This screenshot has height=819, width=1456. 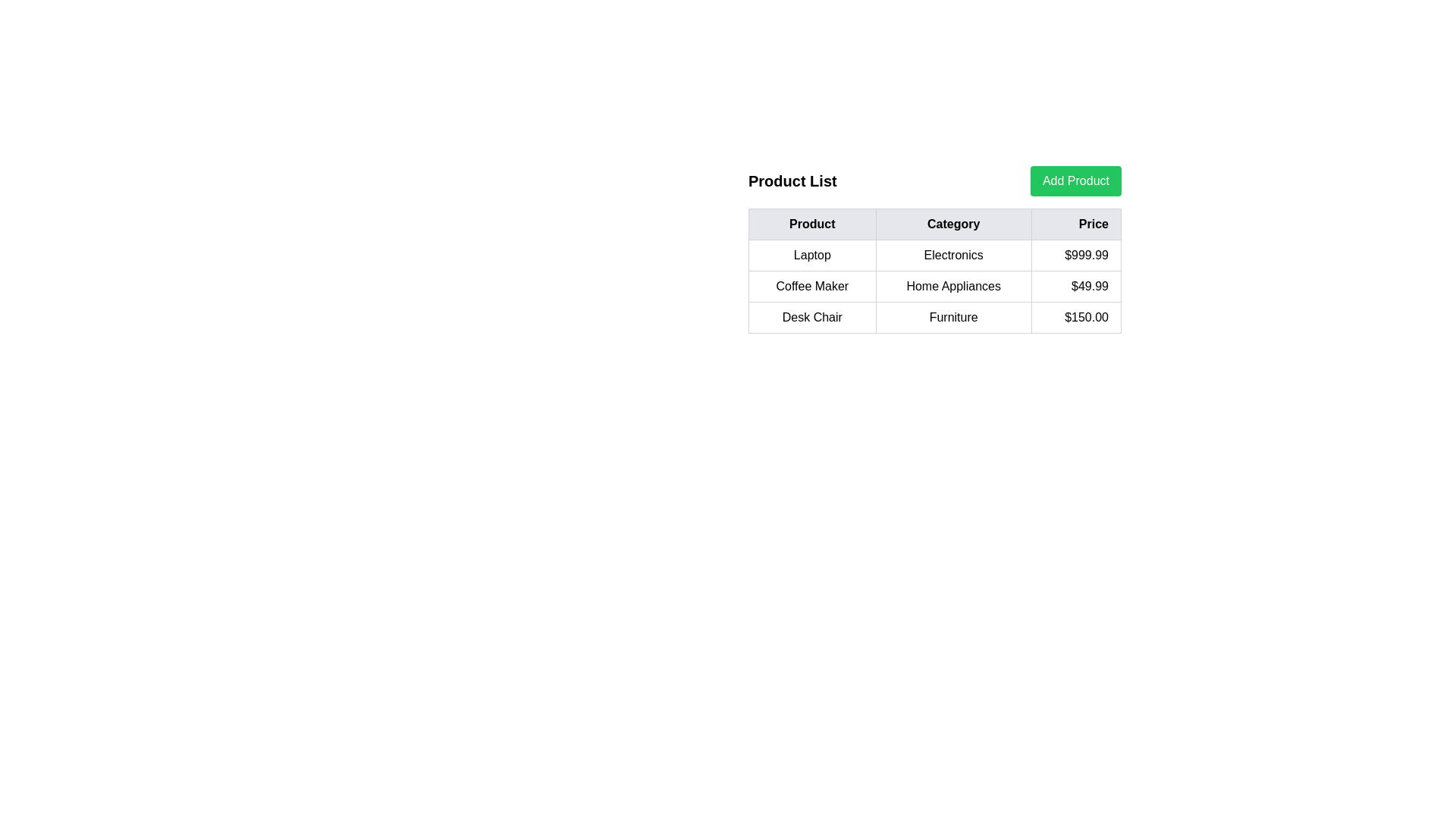 What do you see at coordinates (934, 270) in the screenshot?
I see `the Data Table element displaying the list of products to make it active` at bounding box center [934, 270].